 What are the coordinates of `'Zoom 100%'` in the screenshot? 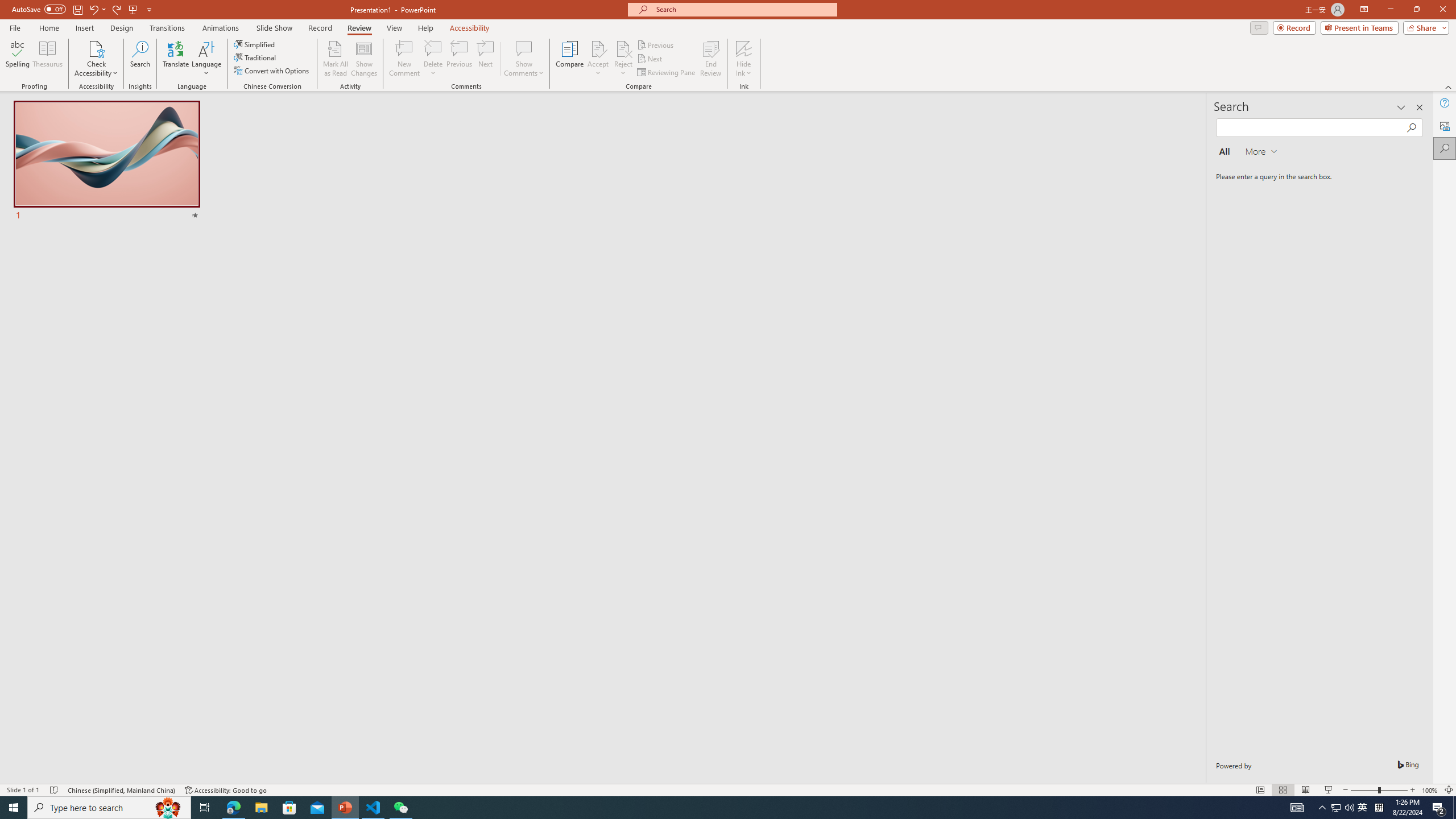 It's located at (1430, 790).